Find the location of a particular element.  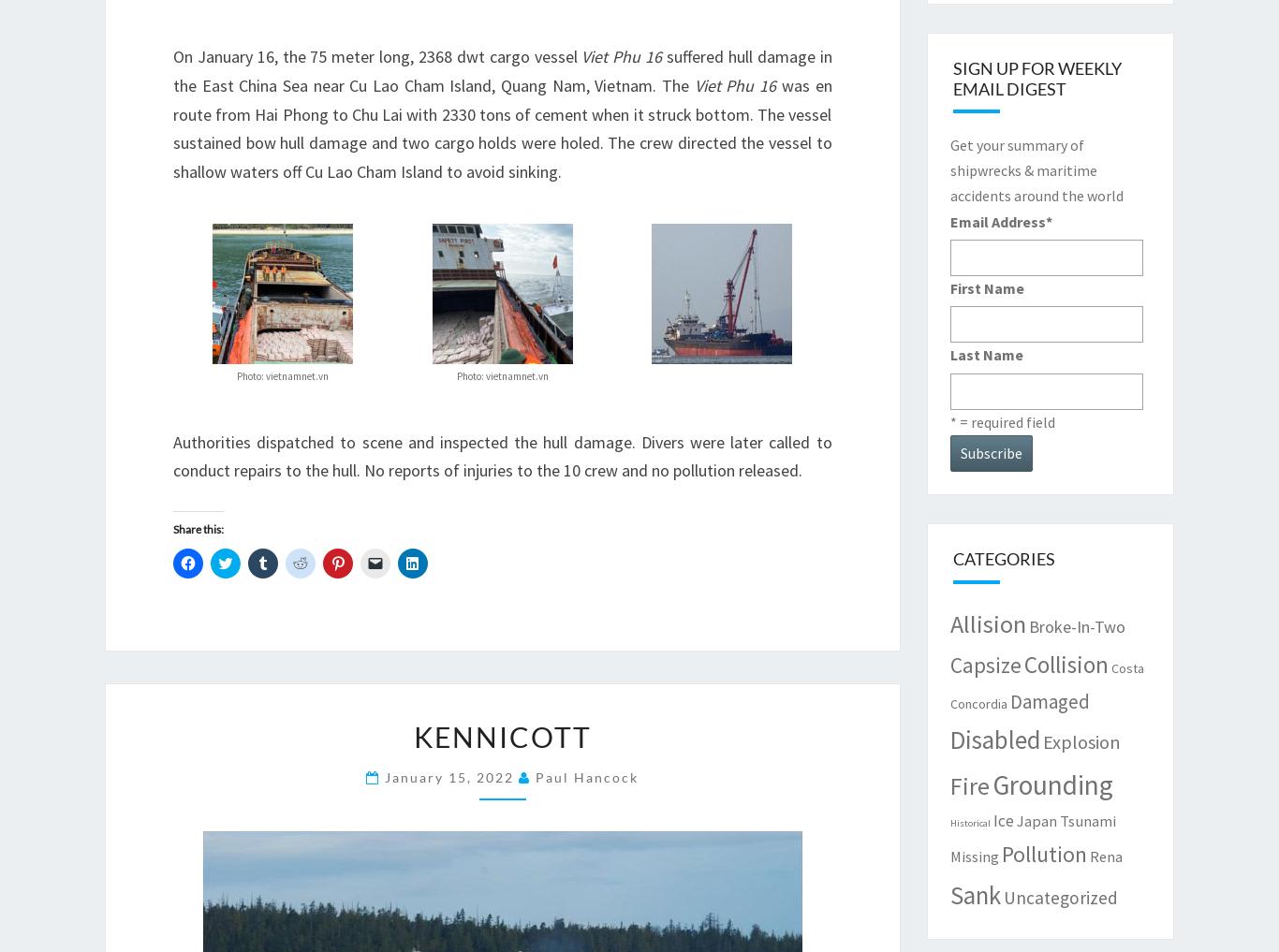

'Grounding' is located at coordinates (1051, 783).